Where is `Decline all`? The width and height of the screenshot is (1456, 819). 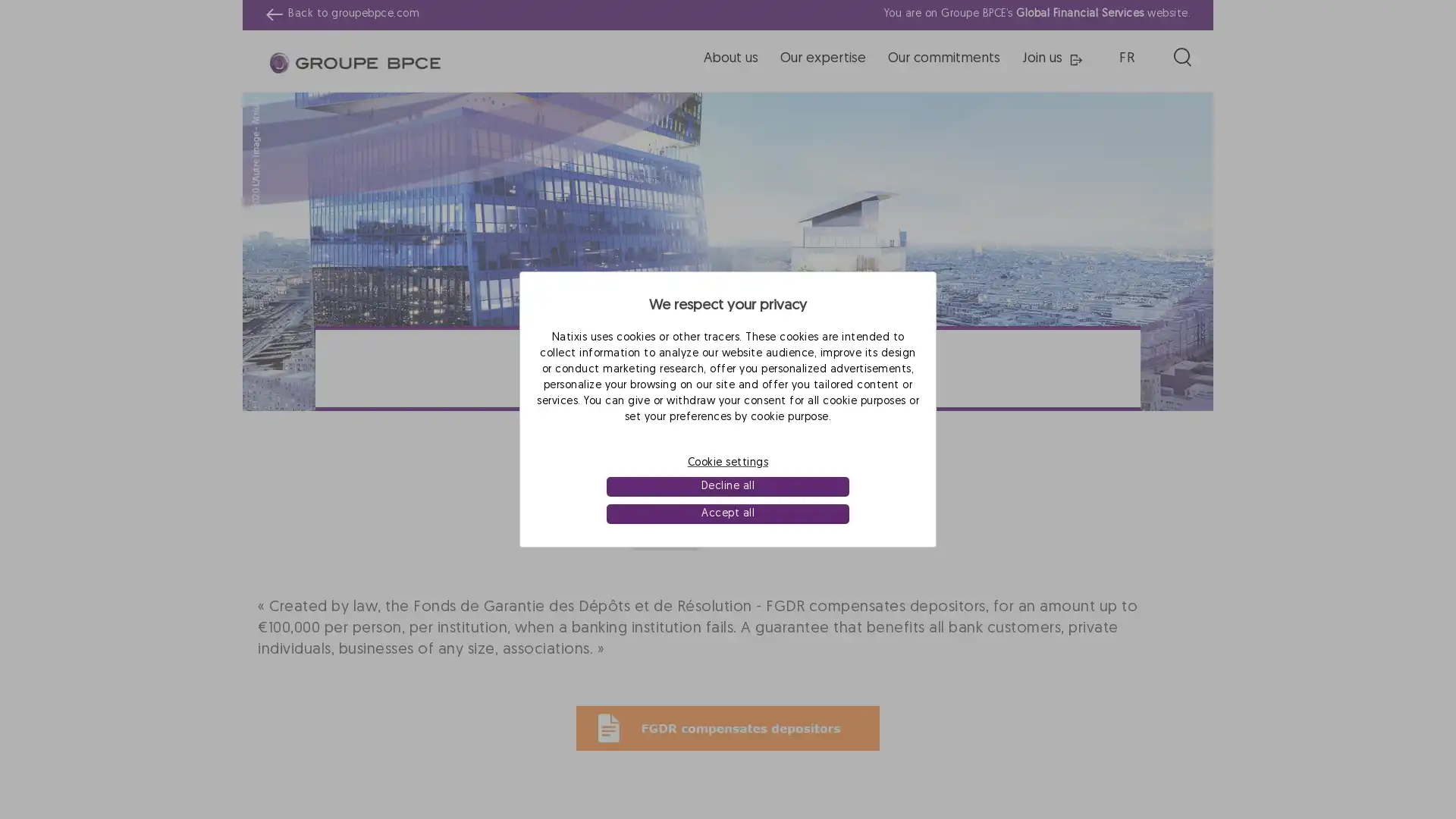
Decline all is located at coordinates (726, 486).